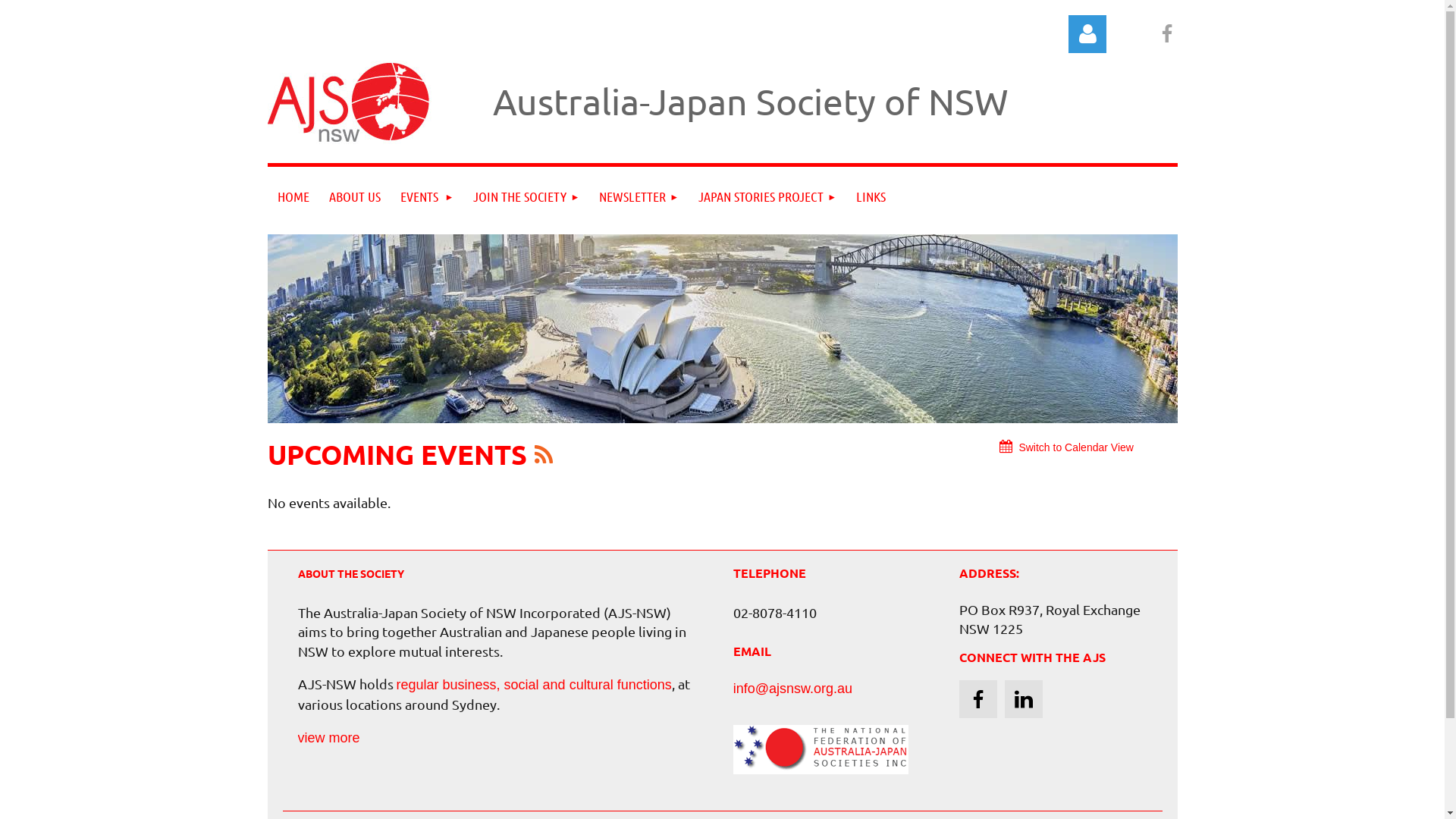 Image resolution: width=1456 pixels, height=819 pixels. I want to click on 'ABOUT US', so click(353, 196).